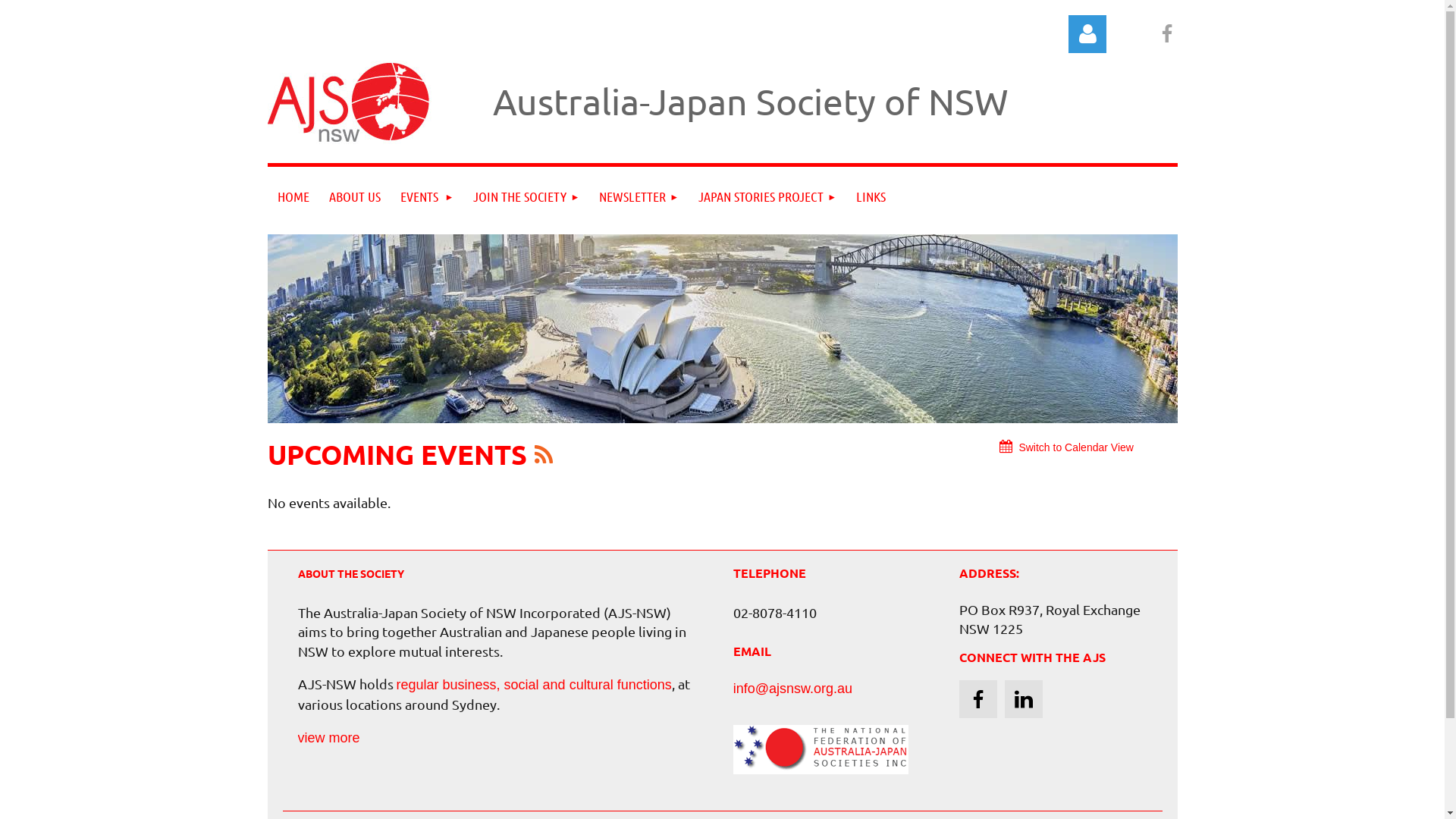 Image resolution: width=1456 pixels, height=819 pixels. I want to click on 'ABOUT US', so click(353, 196).